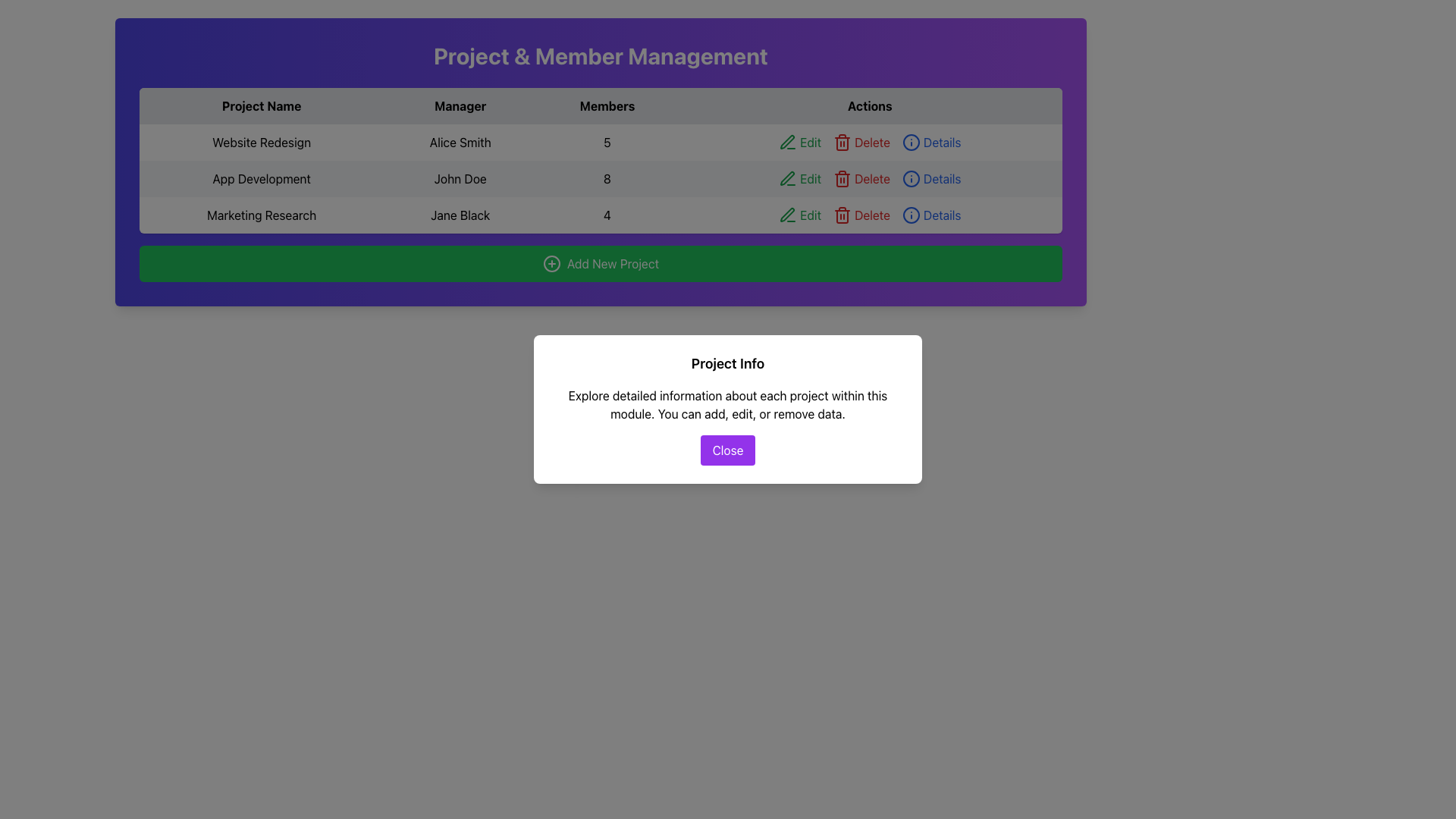 This screenshot has height=819, width=1456. Describe the element at coordinates (551, 262) in the screenshot. I see `the circular '+' icon inside the green 'Add New Project' button located at the bottom of the project table` at that location.